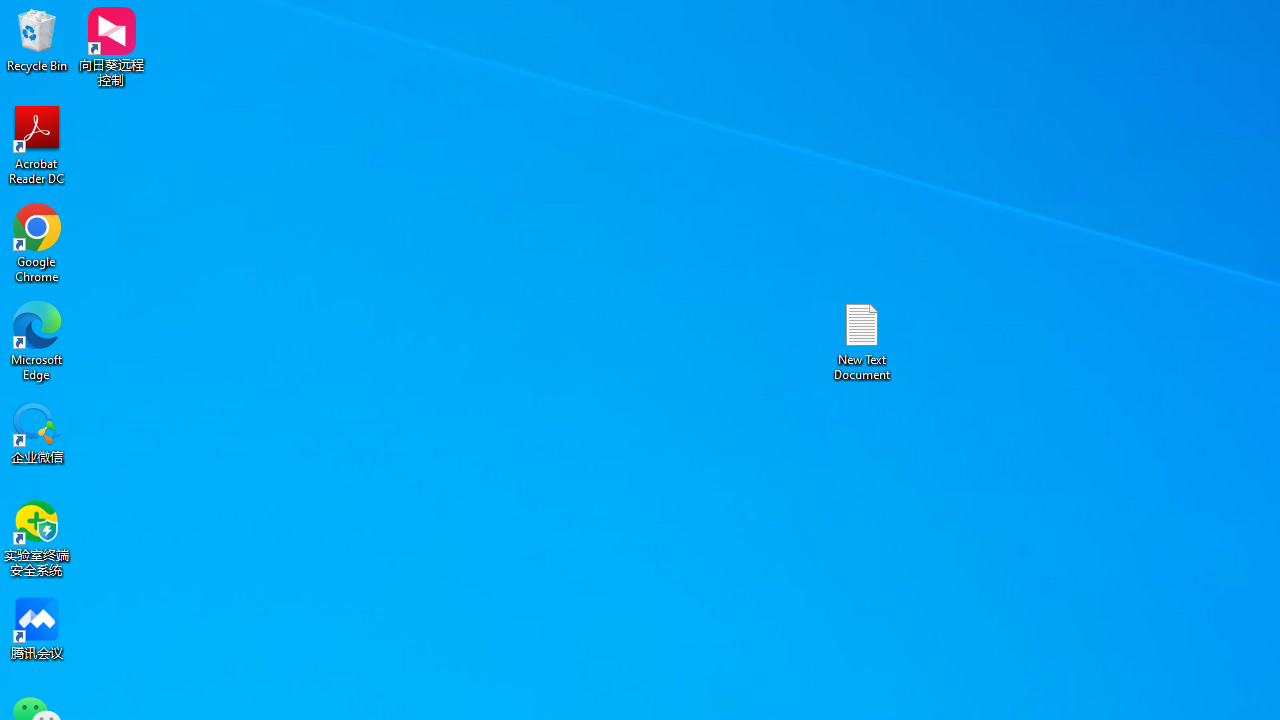  I want to click on 'Acrobat Reader DC', so click(37, 144).